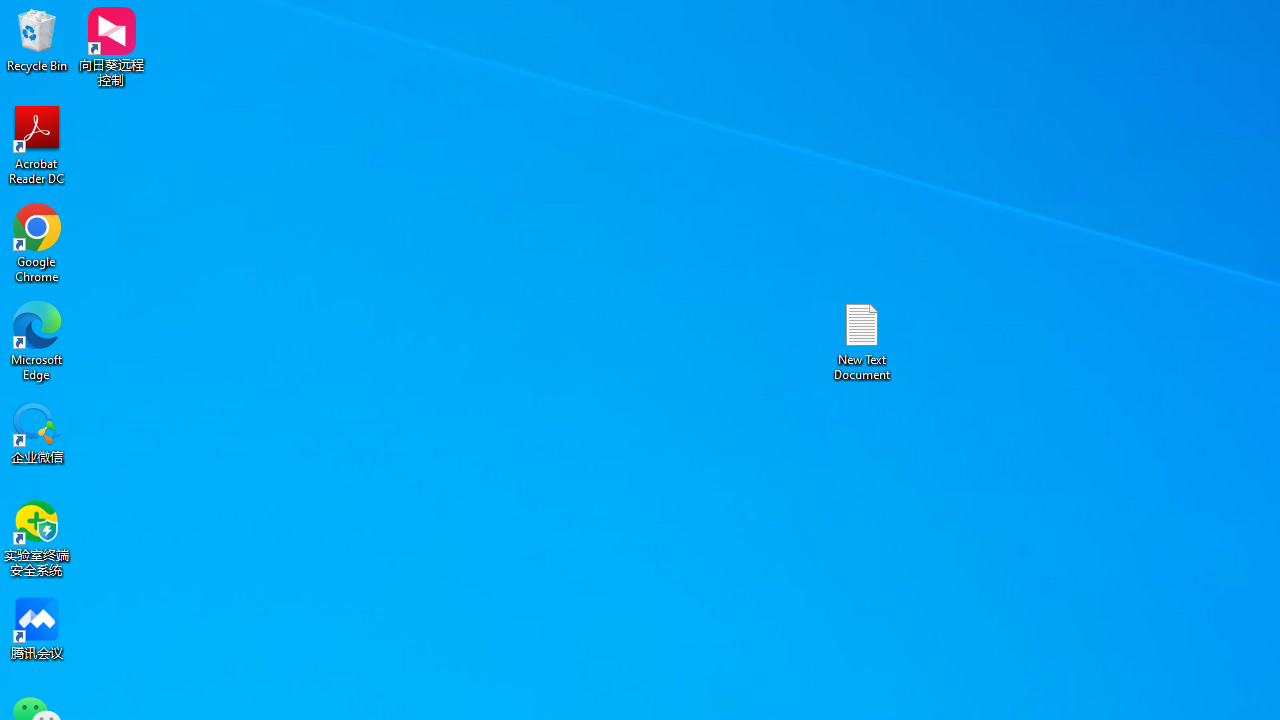  I want to click on 'Acrobat Reader DC', so click(37, 144).